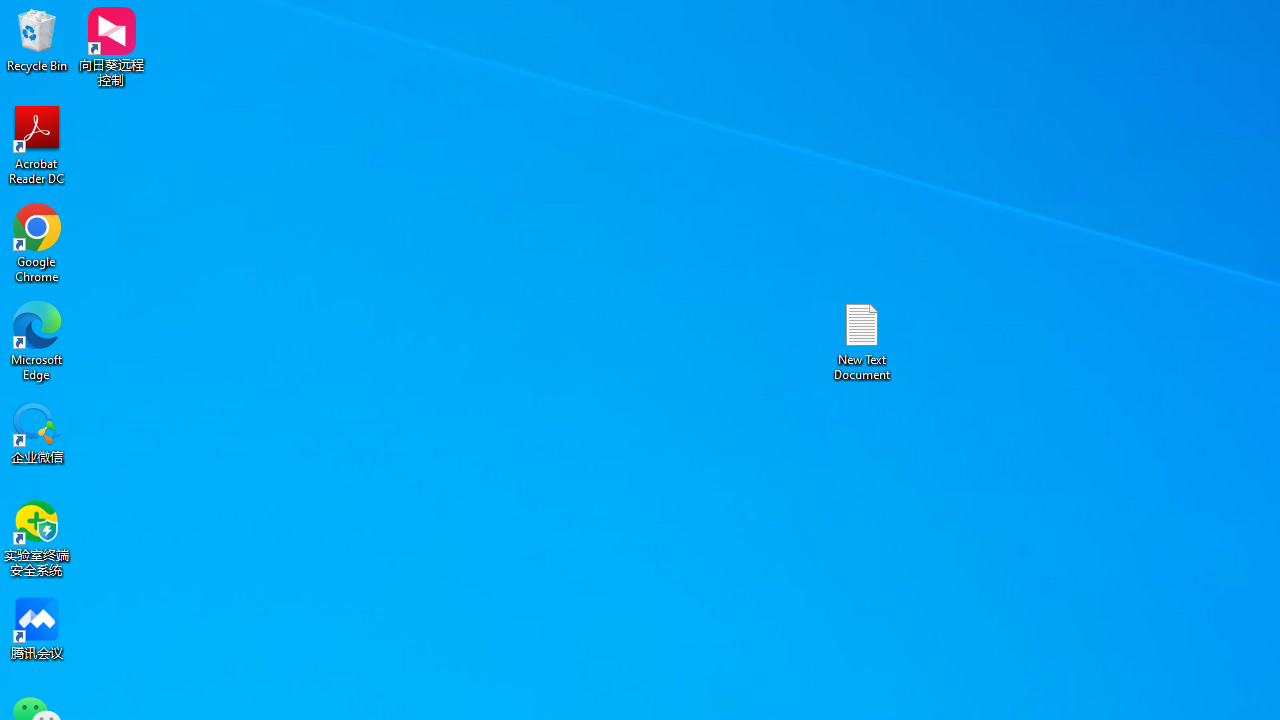  I want to click on 'Acrobat Reader DC', so click(37, 144).